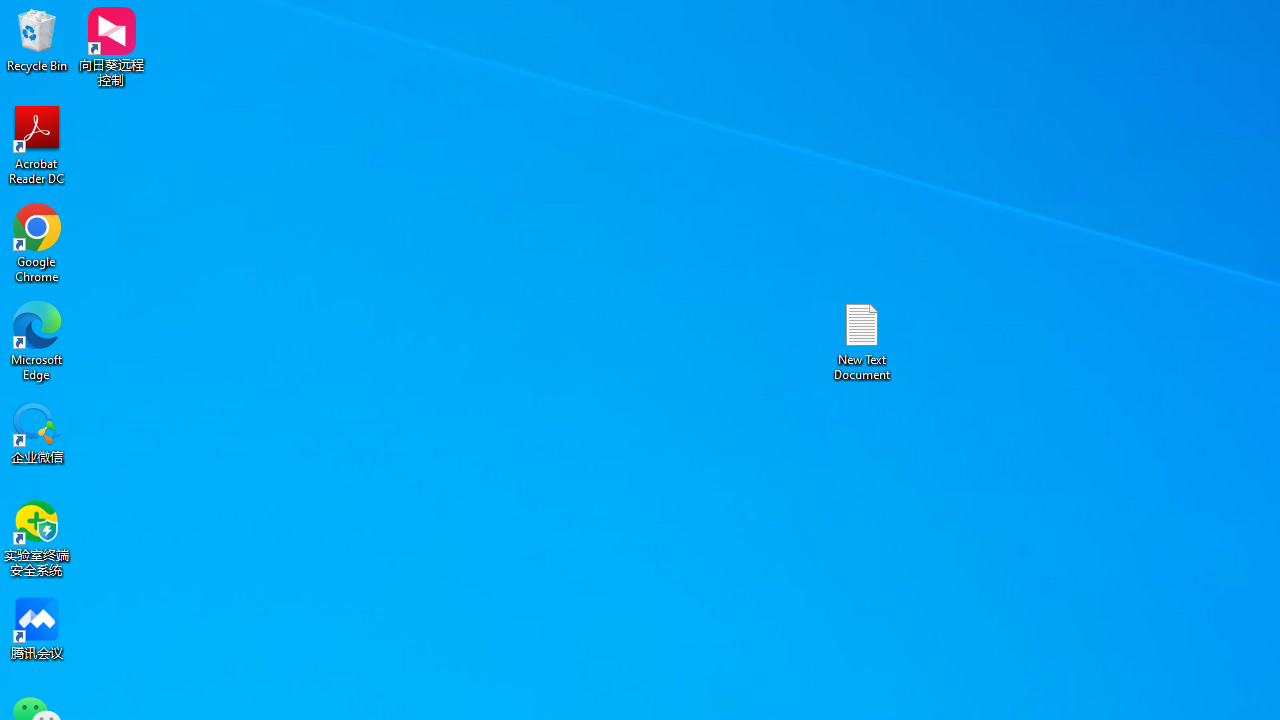  I want to click on 'Acrobat Reader DC', so click(37, 144).